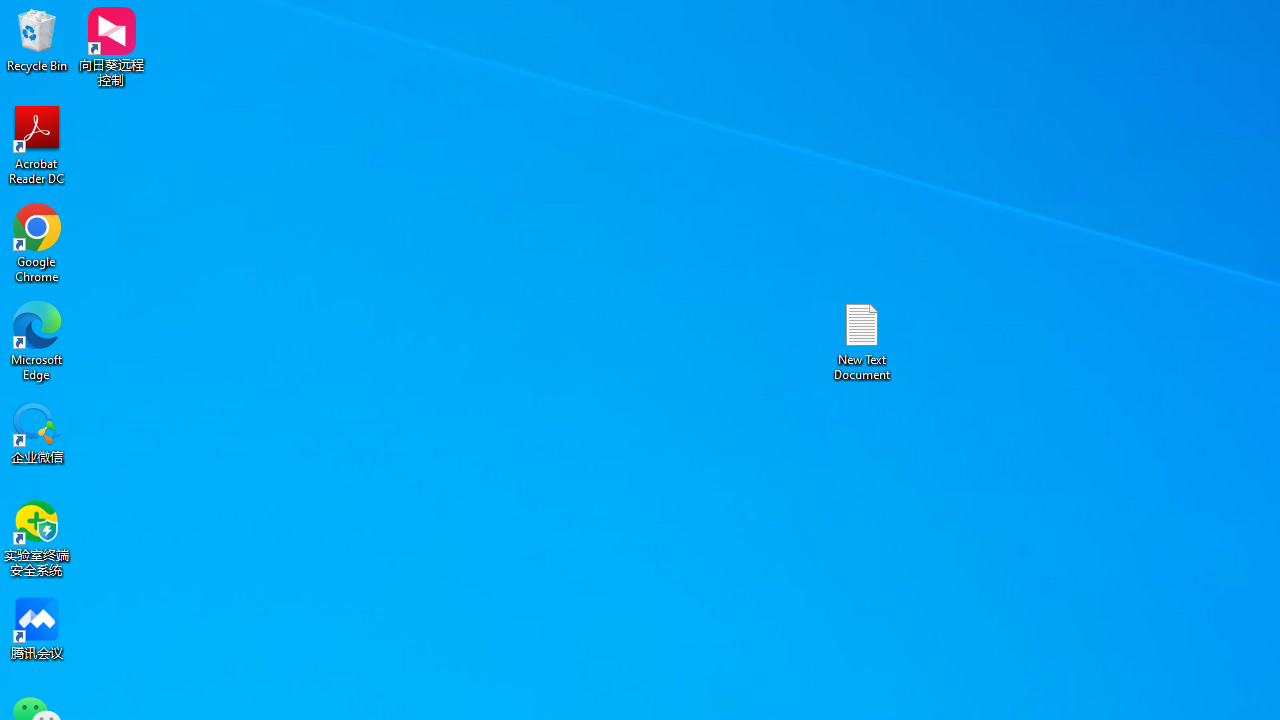  I want to click on 'Acrobat Reader DC', so click(37, 144).